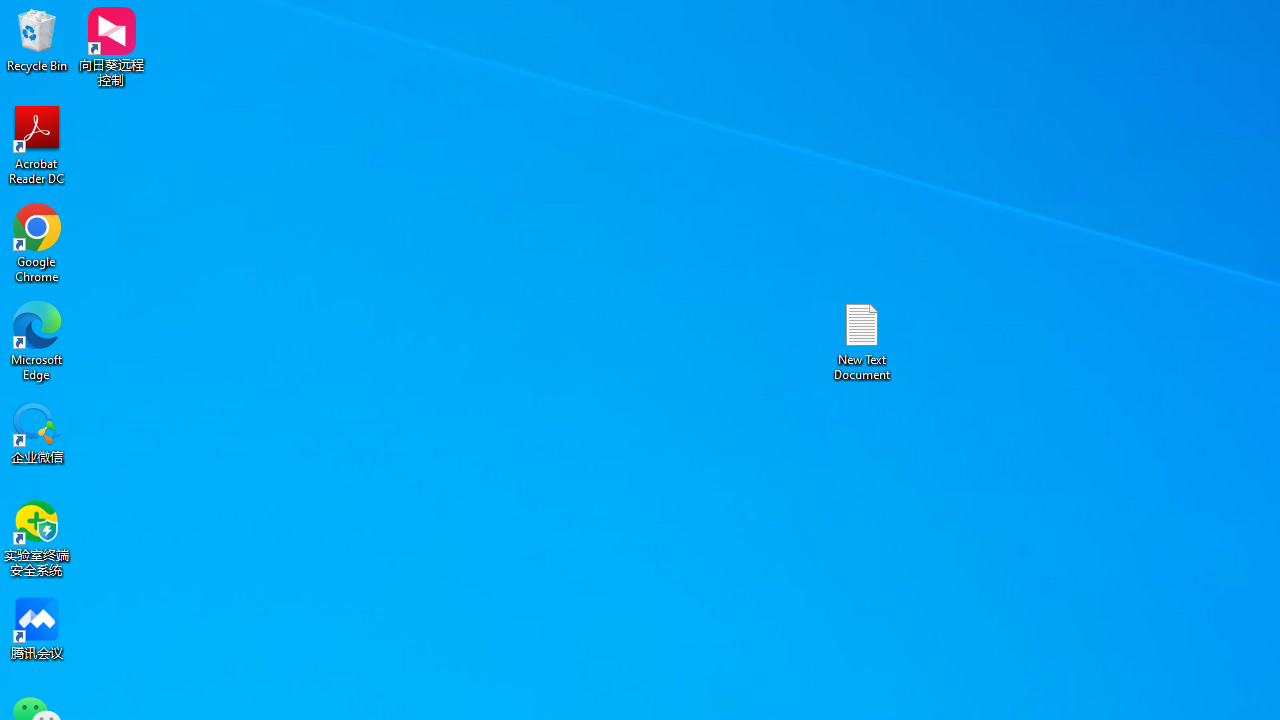  I want to click on 'Acrobat Reader DC', so click(37, 144).